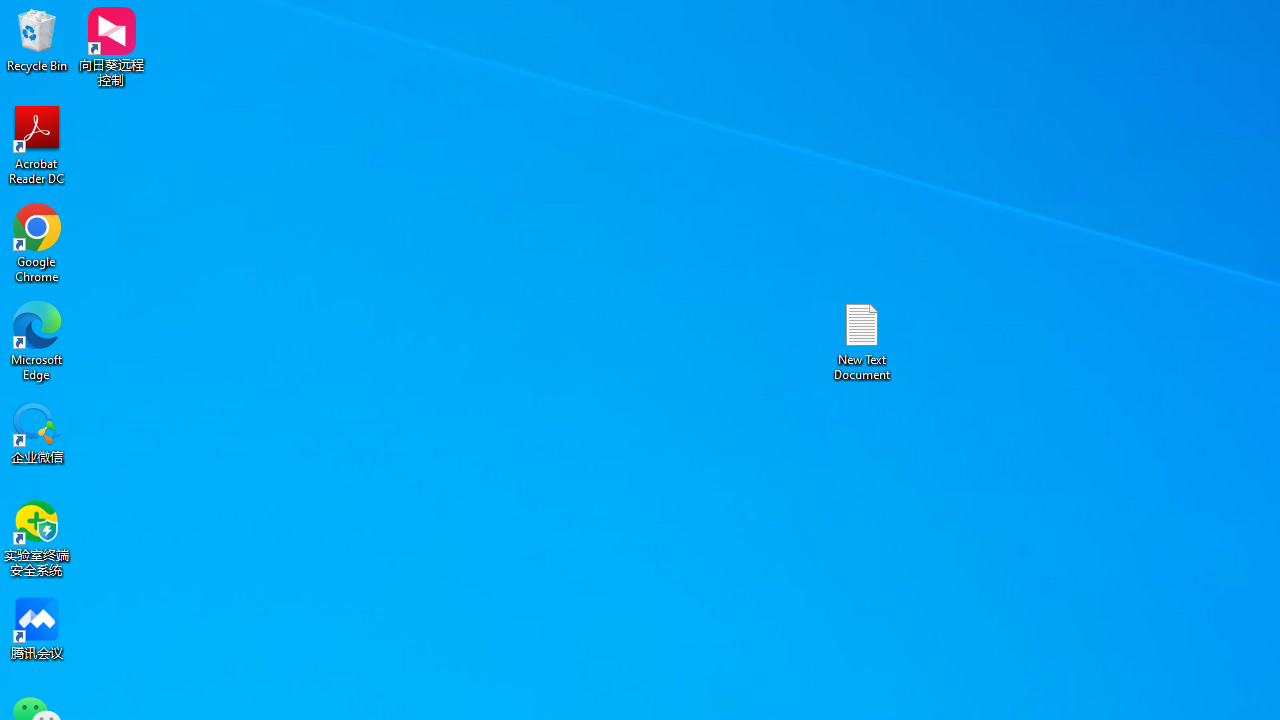  I want to click on 'Acrobat Reader DC', so click(37, 144).